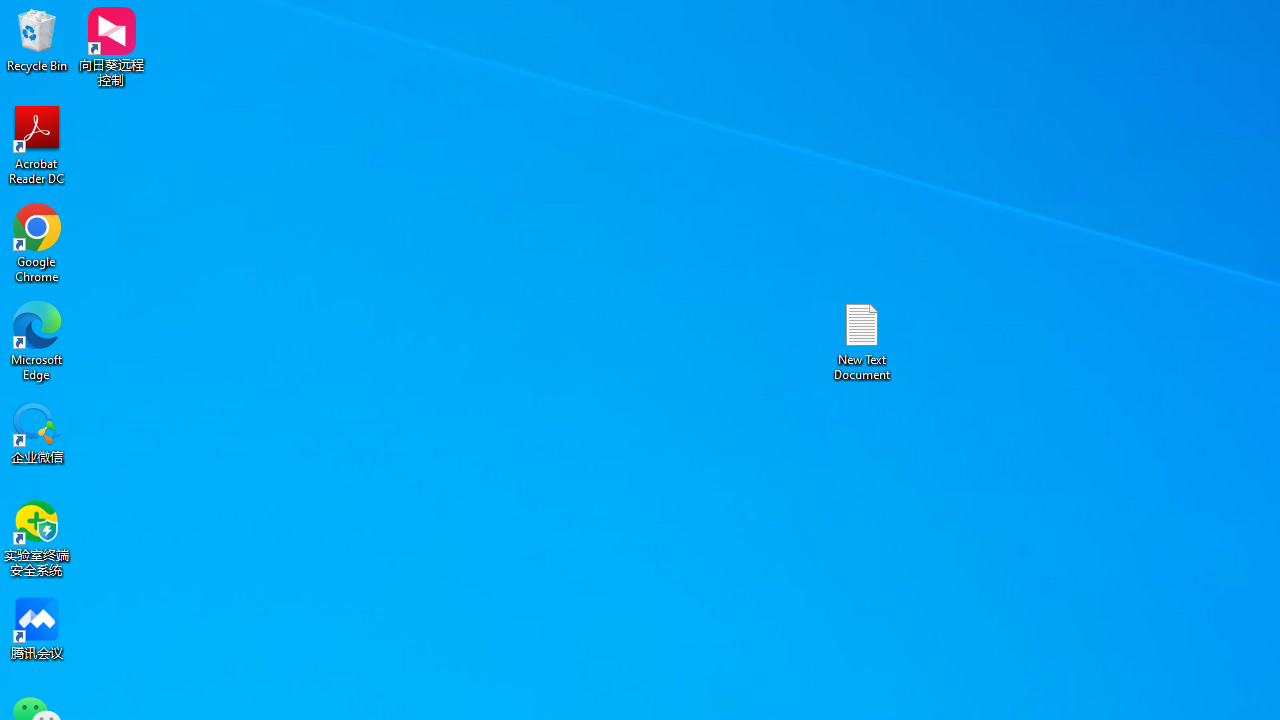  I want to click on 'Acrobat Reader DC', so click(37, 144).